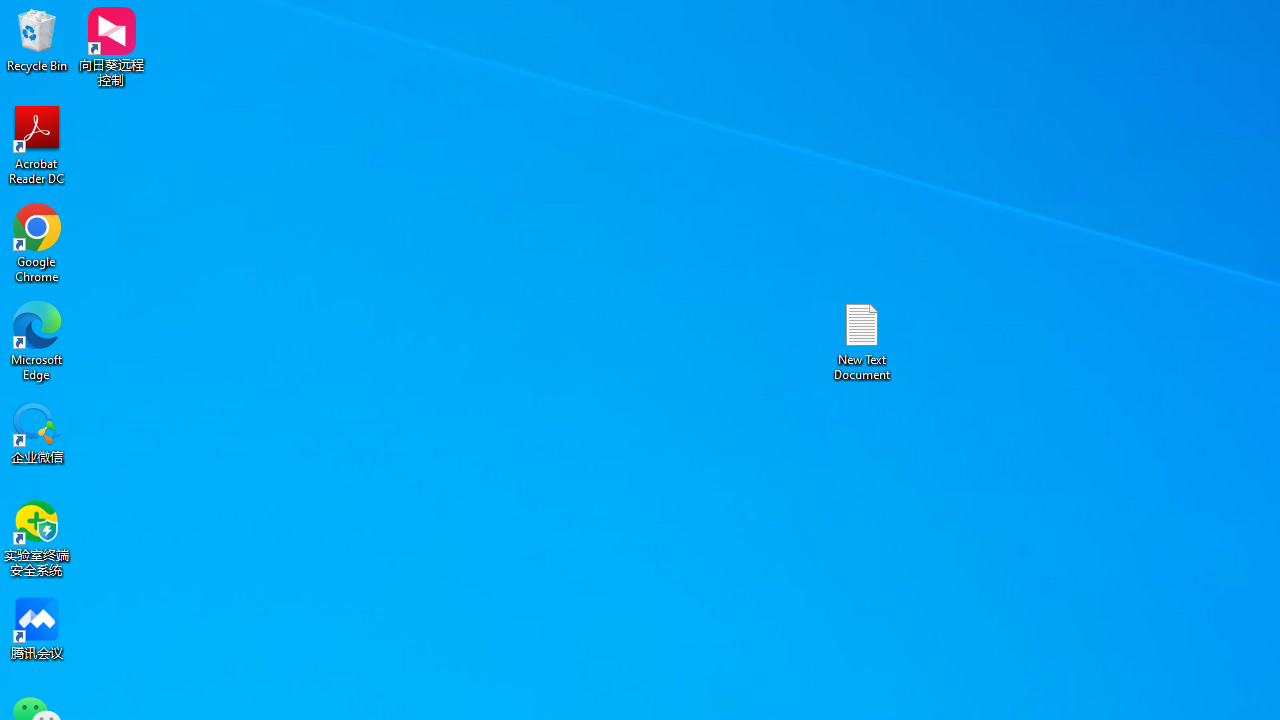  I want to click on 'Acrobat Reader DC', so click(37, 144).